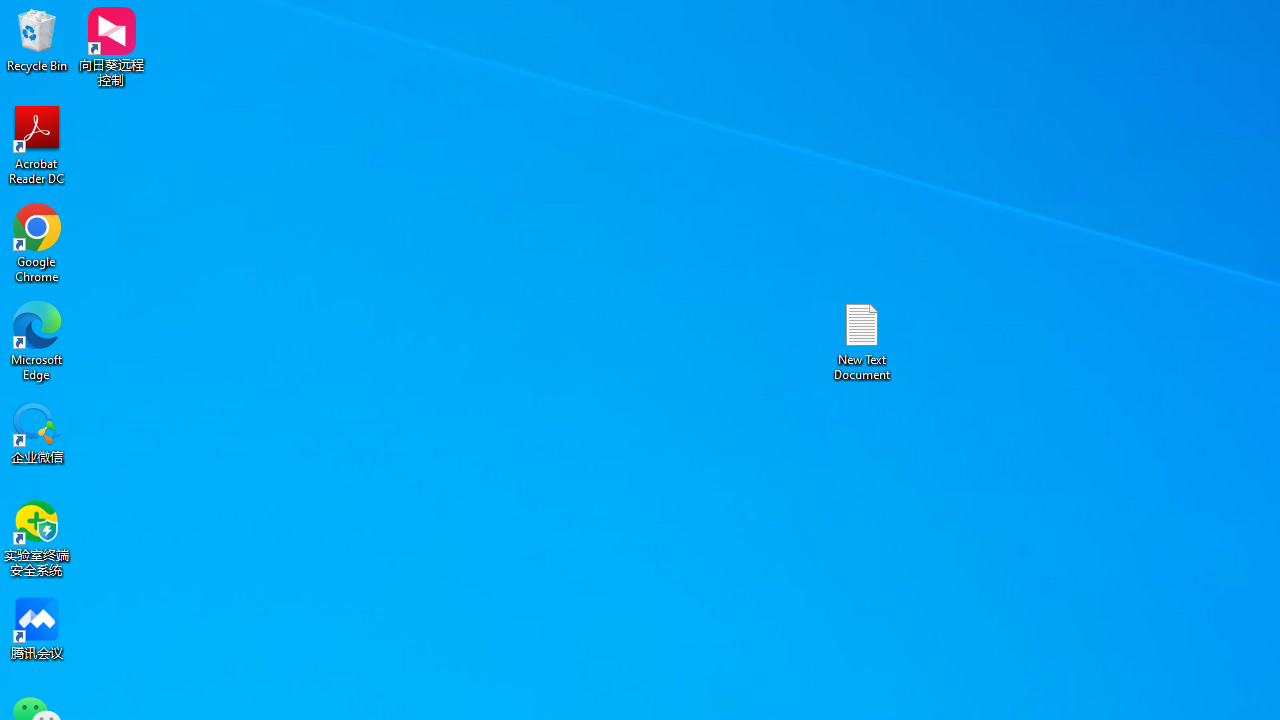  I want to click on 'Acrobat Reader DC', so click(37, 144).